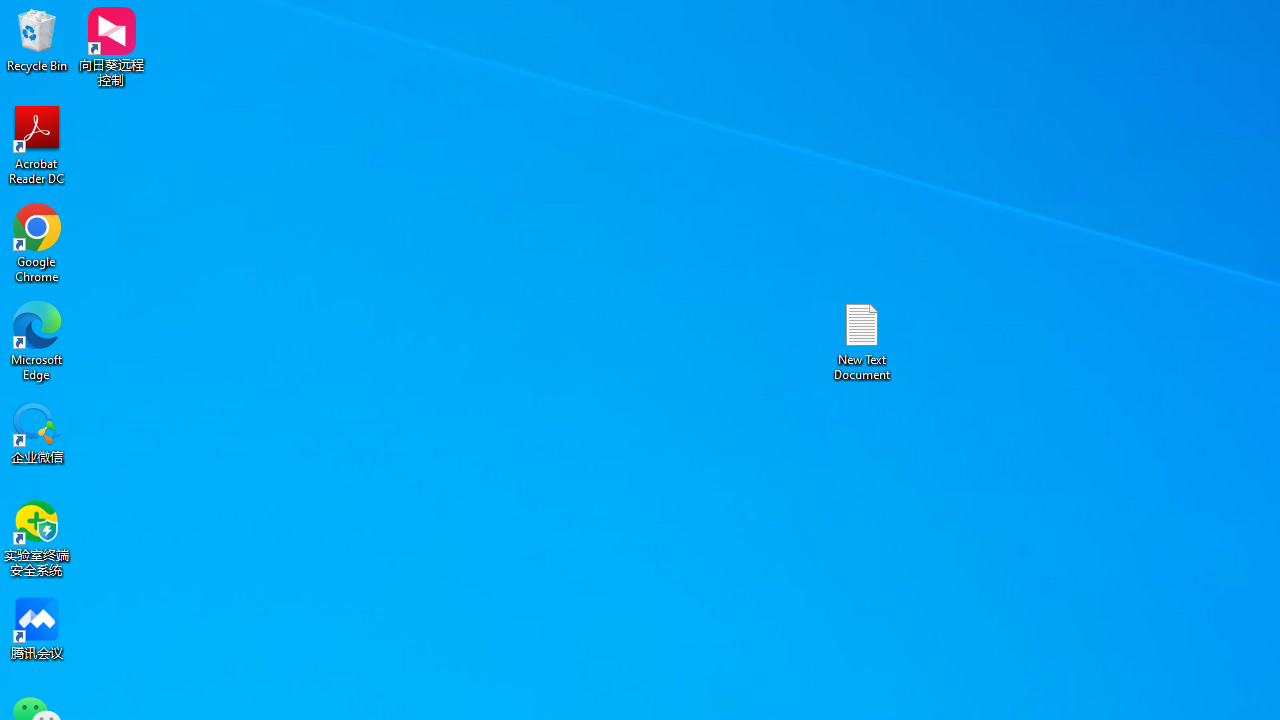  I want to click on 'Acrobat Reader DC', so click(37, 144).